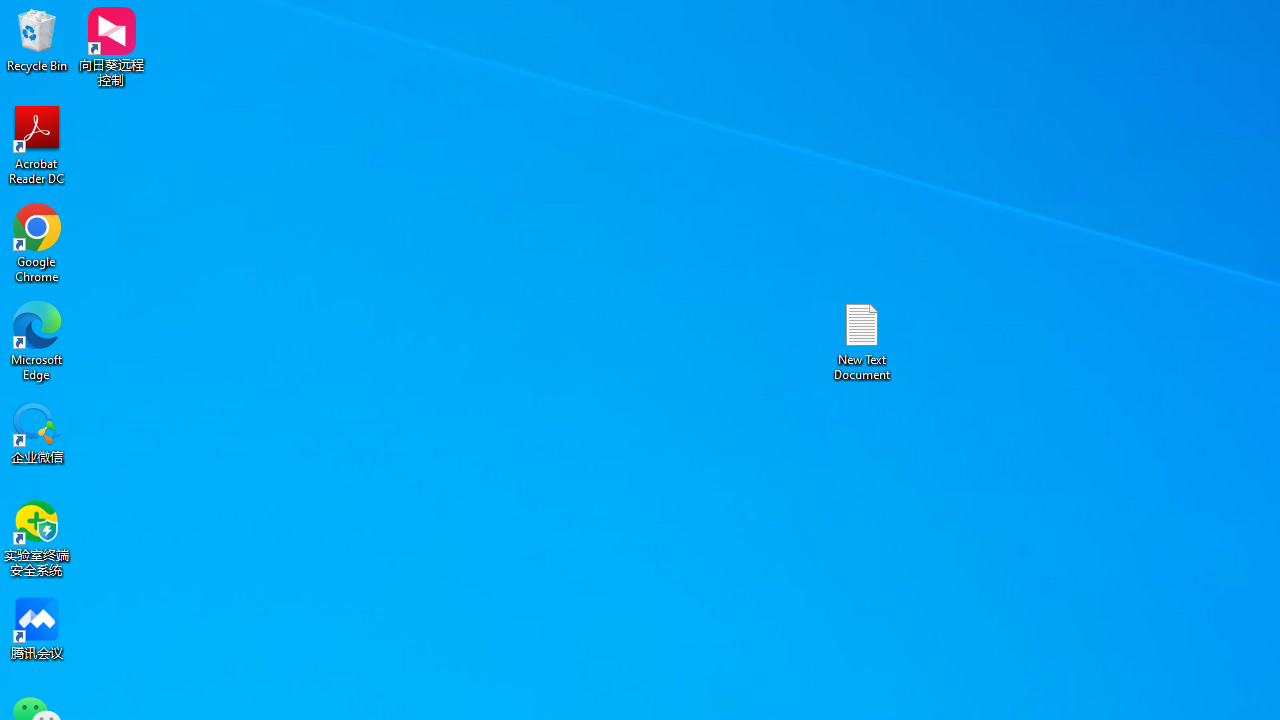  I want to click on 'Acrobat Reader DC', so click(37, 144).